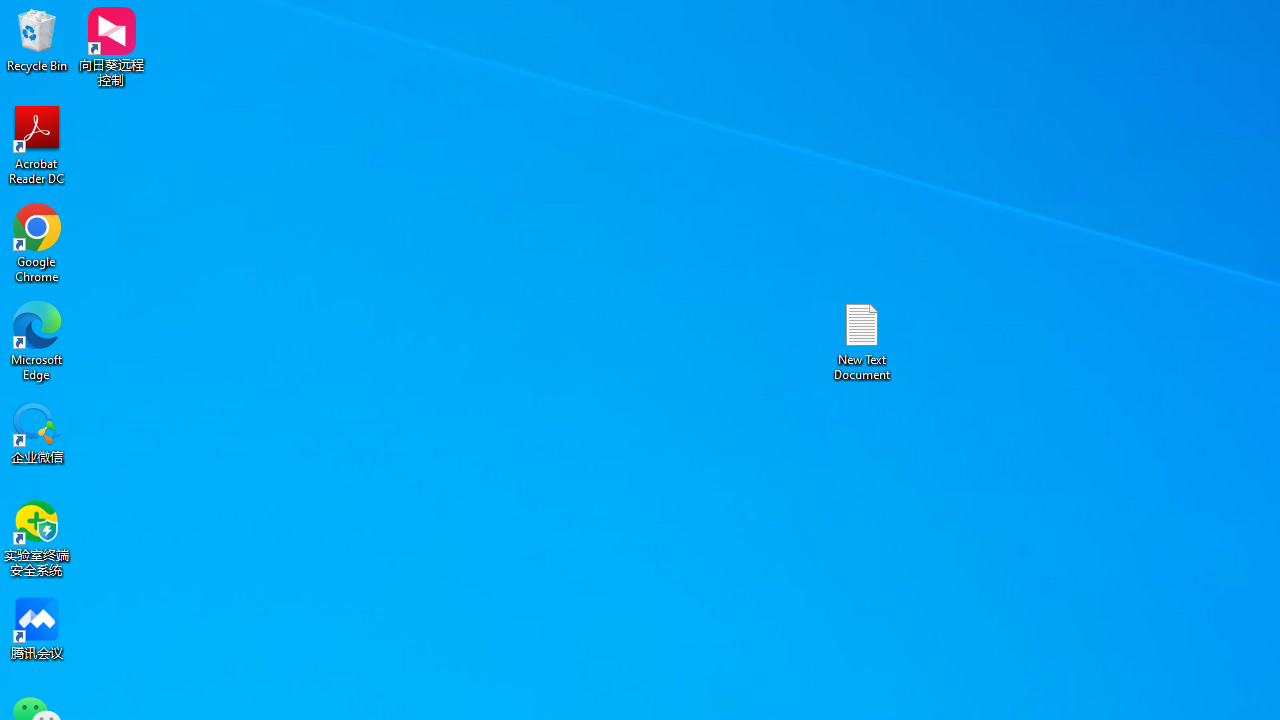  I want to click on 'Acrobat Reader DC', so click(37, 144).